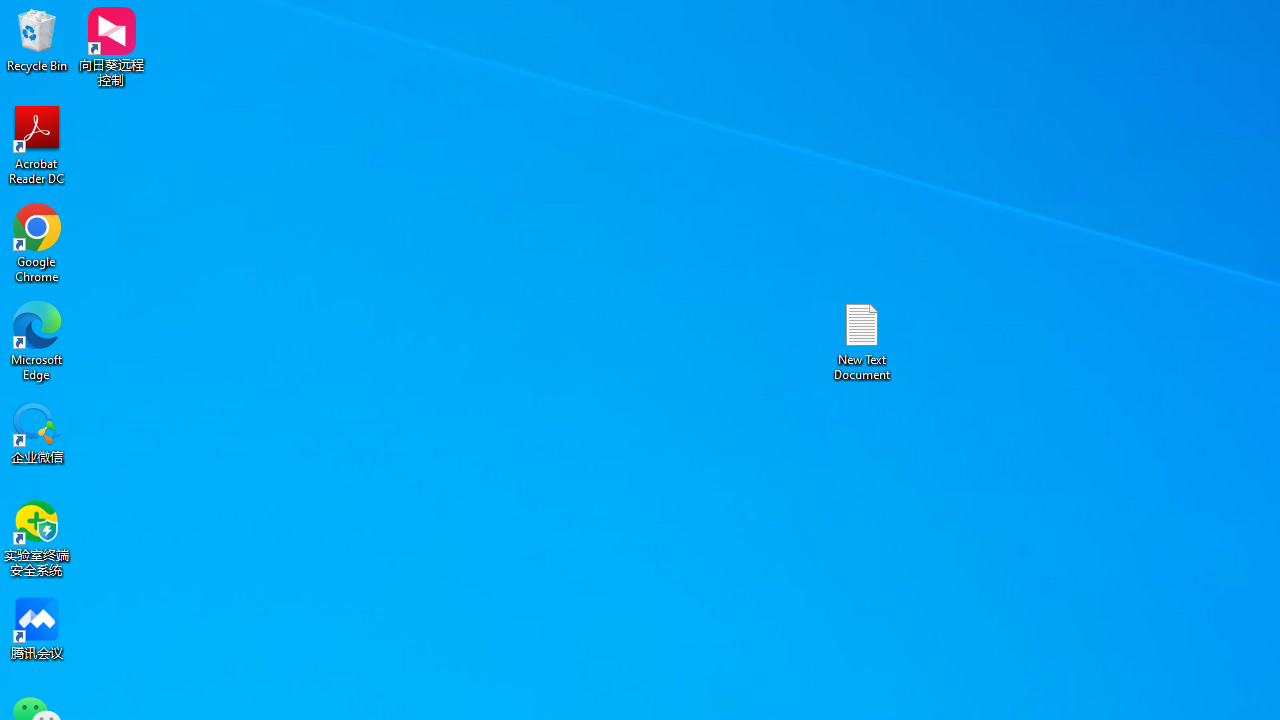  I want to click on 'Acrobat Reader DC', so click(37, 144).